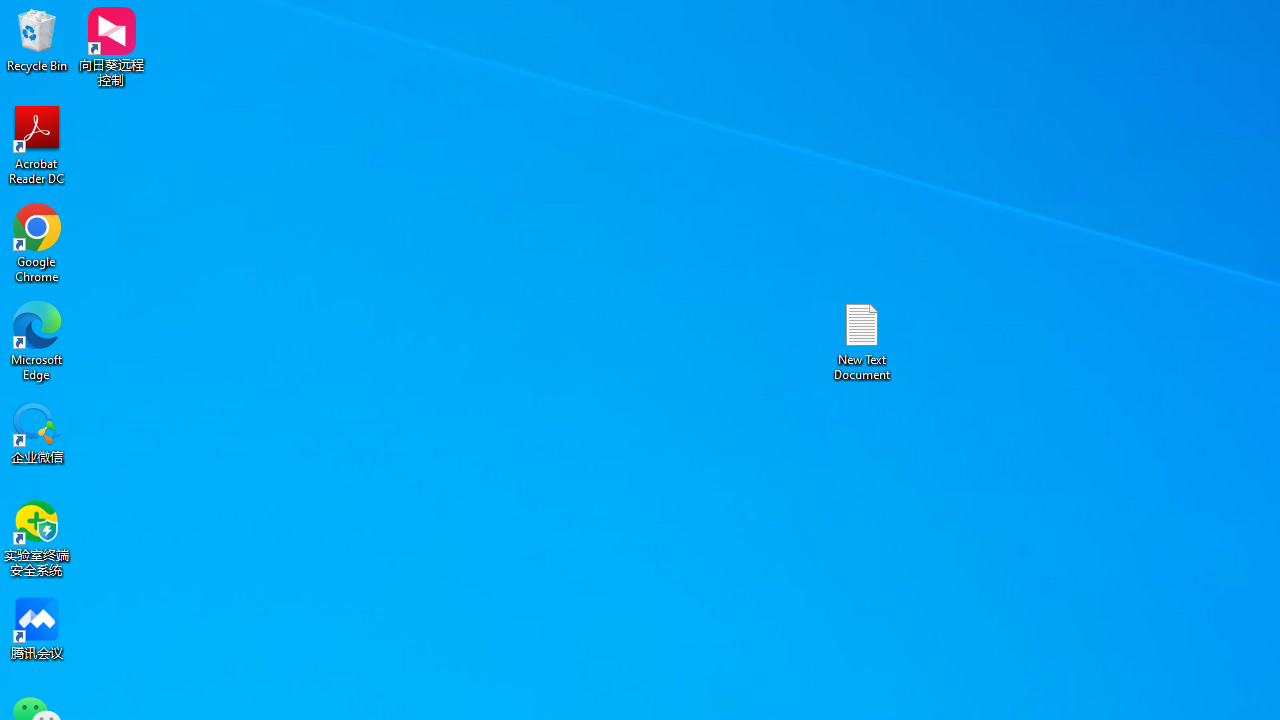  I want to click on 'Acrobat Reader DC', so click(37, 144).